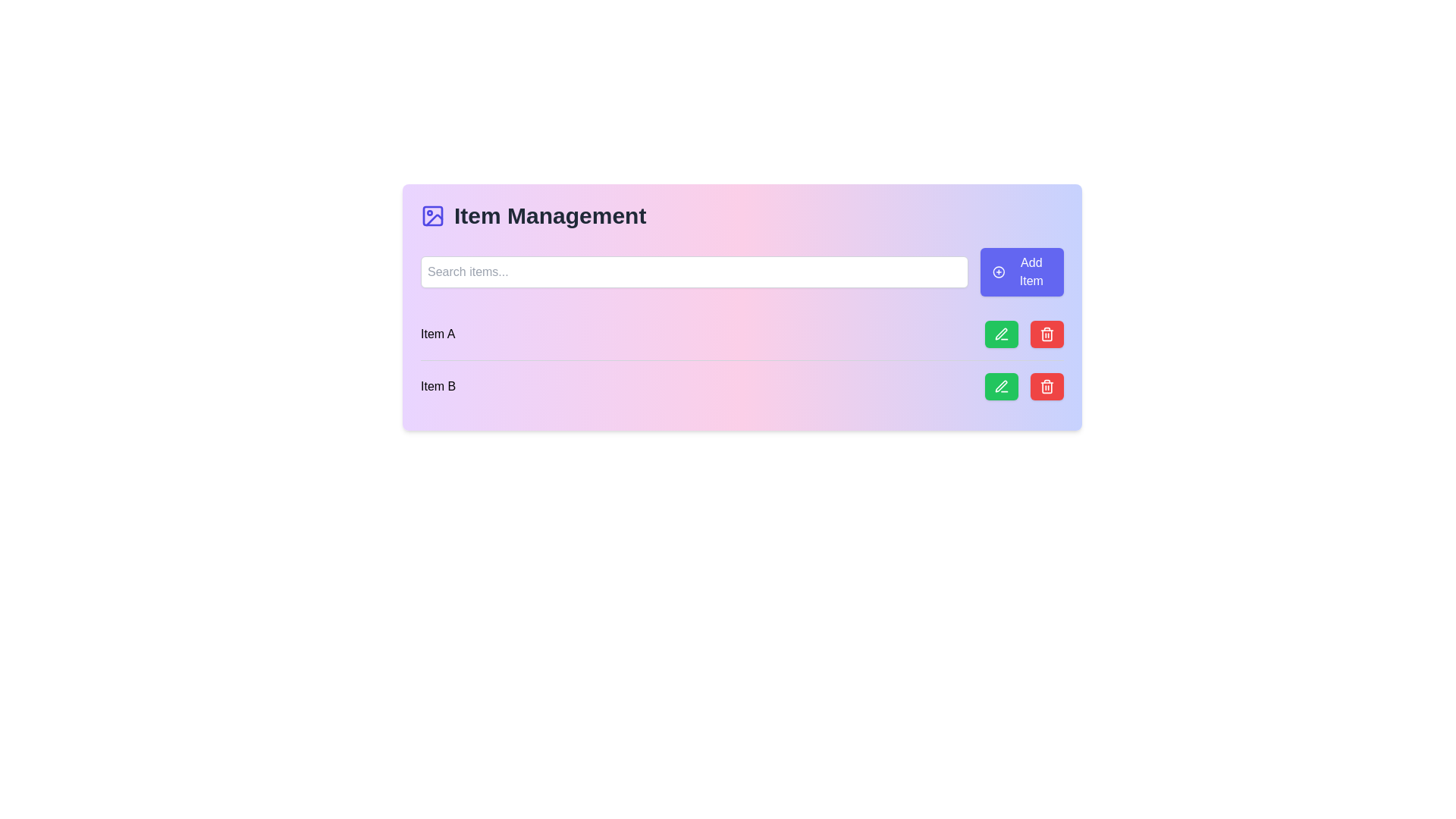  Describe the element at coordinates (1001, 385) in the screenshot. I see `the edit button for 'Item B' which is located in the green button group adjacent to the red trash button in the second row` at that location.